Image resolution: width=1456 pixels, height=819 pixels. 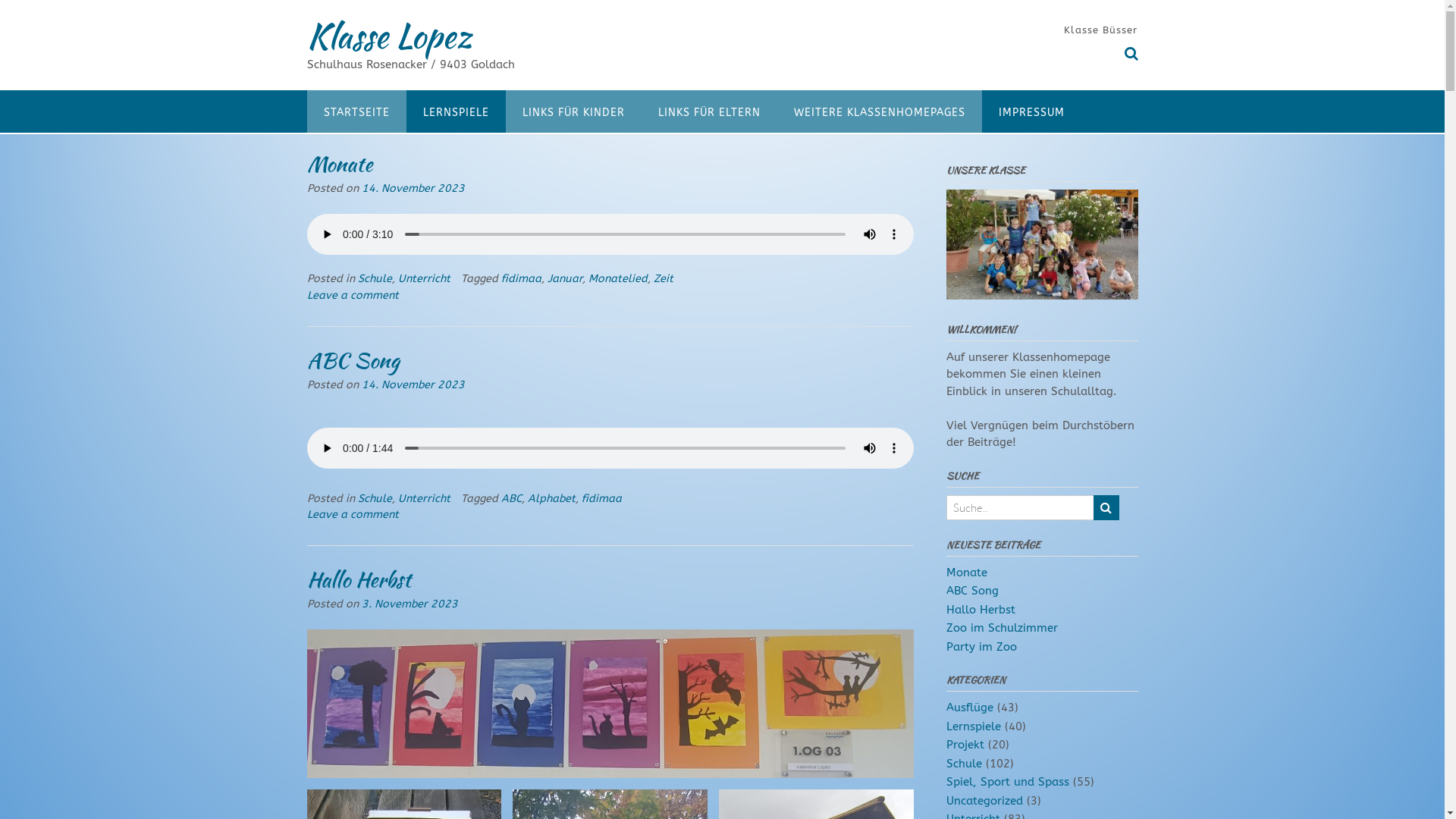 I want to click on 'Leave a comment', so click(x=351, y=295).